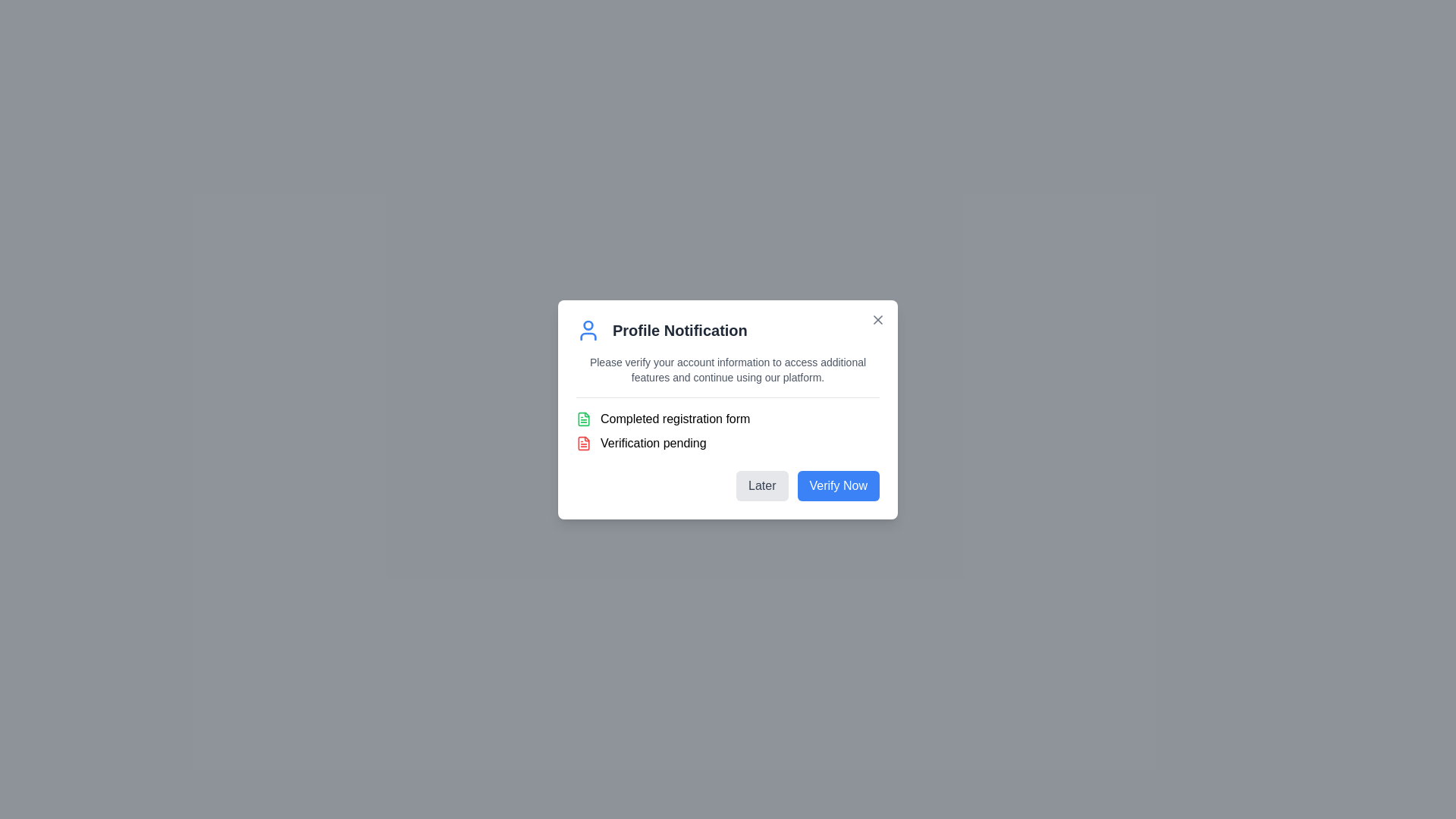  I want to click on the icon representing a completed registration form, located to the left of the text 'Completed registration form' in the 'Profile Notification' dialog box, so click(582, 419).